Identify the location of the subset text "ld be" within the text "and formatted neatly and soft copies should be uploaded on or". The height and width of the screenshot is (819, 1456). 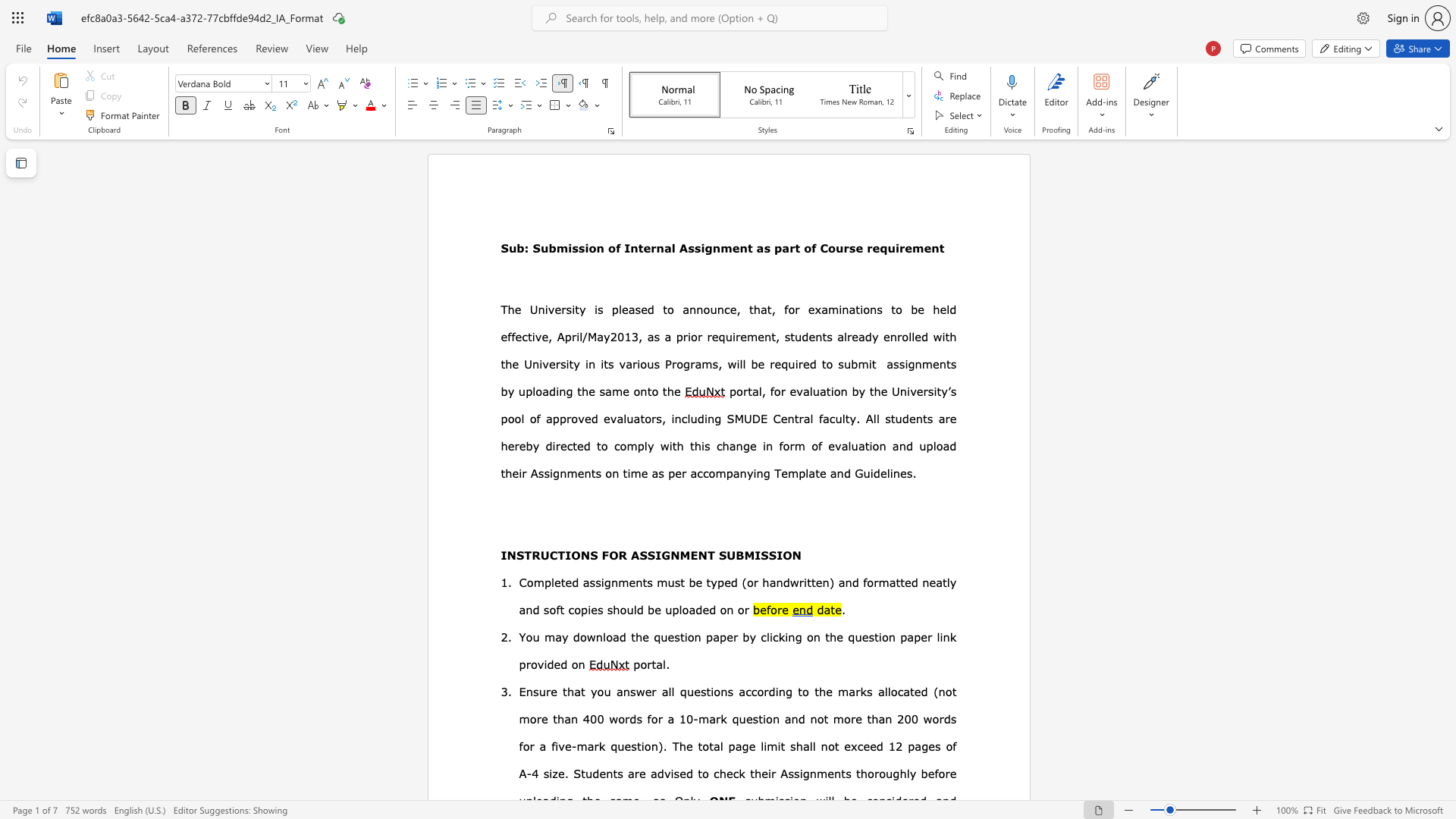
(633, 608).